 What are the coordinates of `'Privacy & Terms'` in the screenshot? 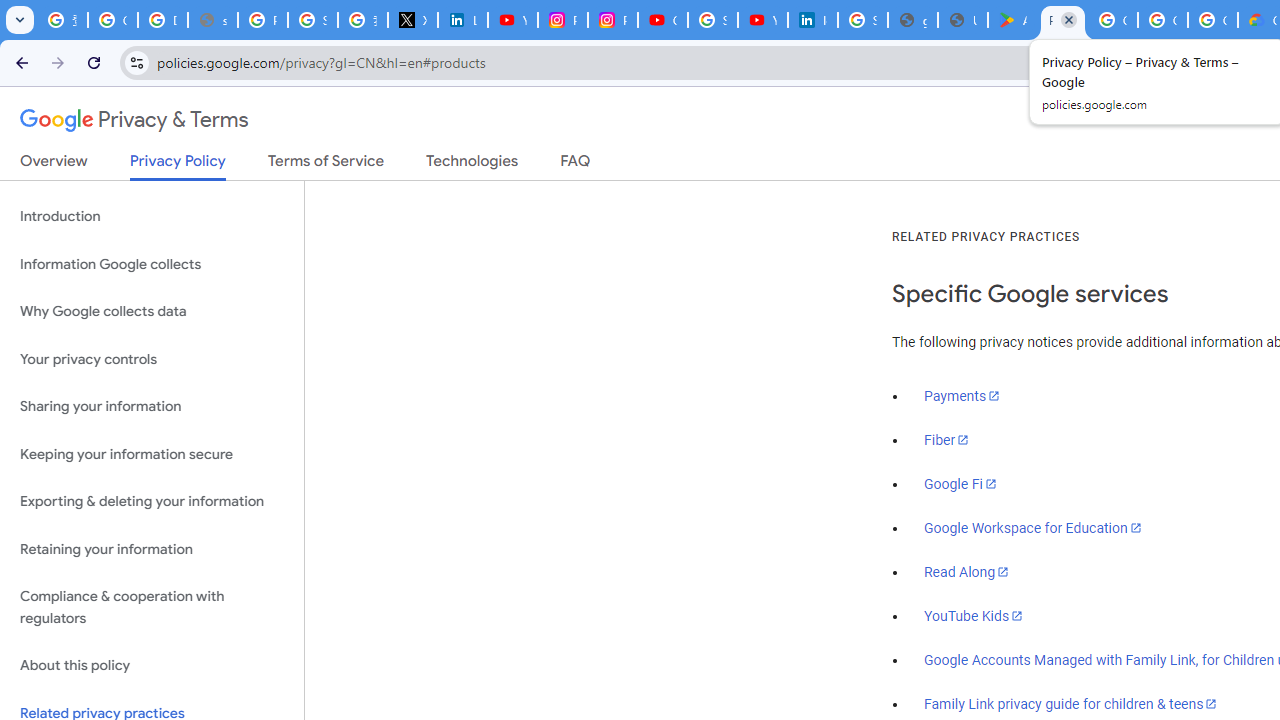 It's located at (134, 120).